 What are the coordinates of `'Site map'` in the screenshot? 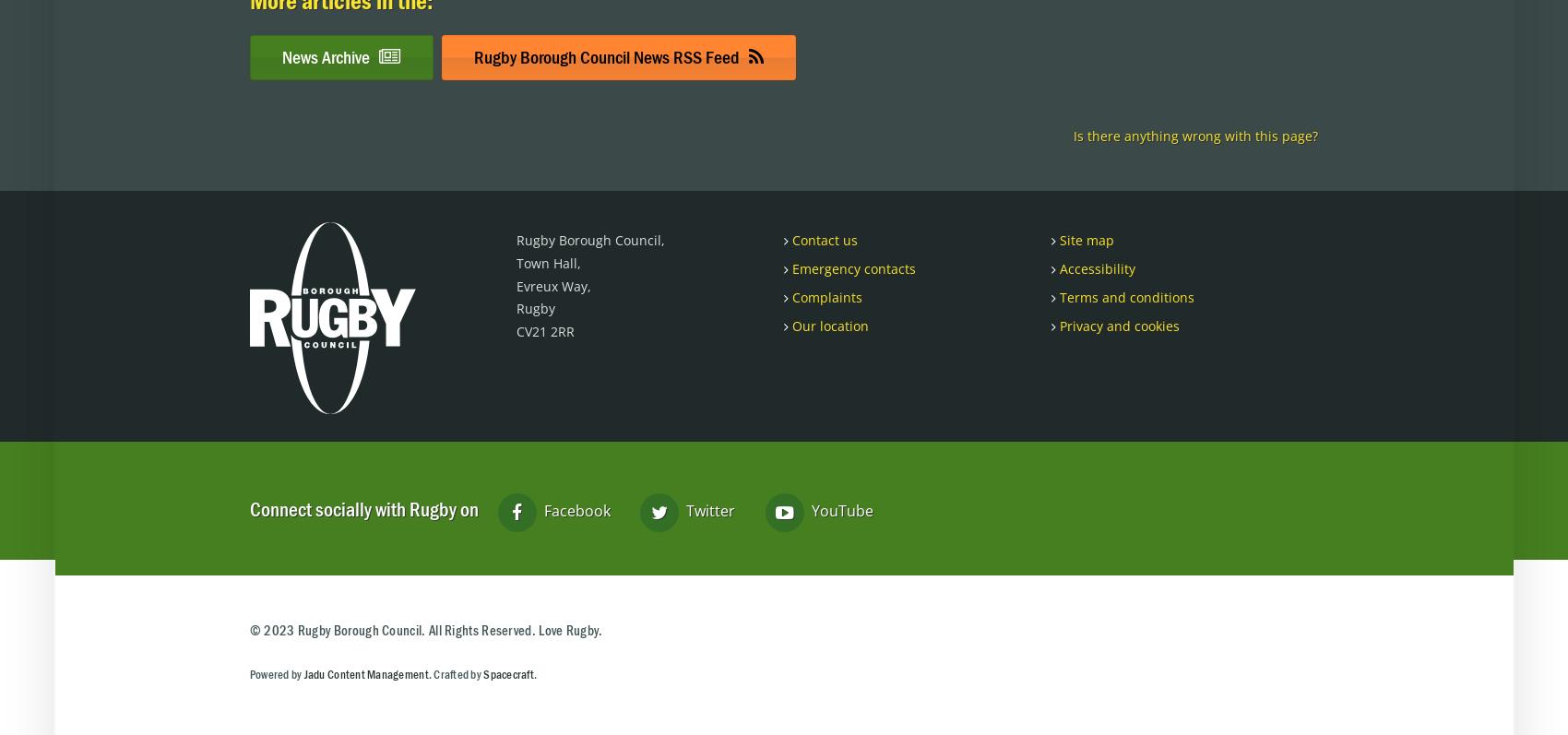 It's located at (1083, 239).